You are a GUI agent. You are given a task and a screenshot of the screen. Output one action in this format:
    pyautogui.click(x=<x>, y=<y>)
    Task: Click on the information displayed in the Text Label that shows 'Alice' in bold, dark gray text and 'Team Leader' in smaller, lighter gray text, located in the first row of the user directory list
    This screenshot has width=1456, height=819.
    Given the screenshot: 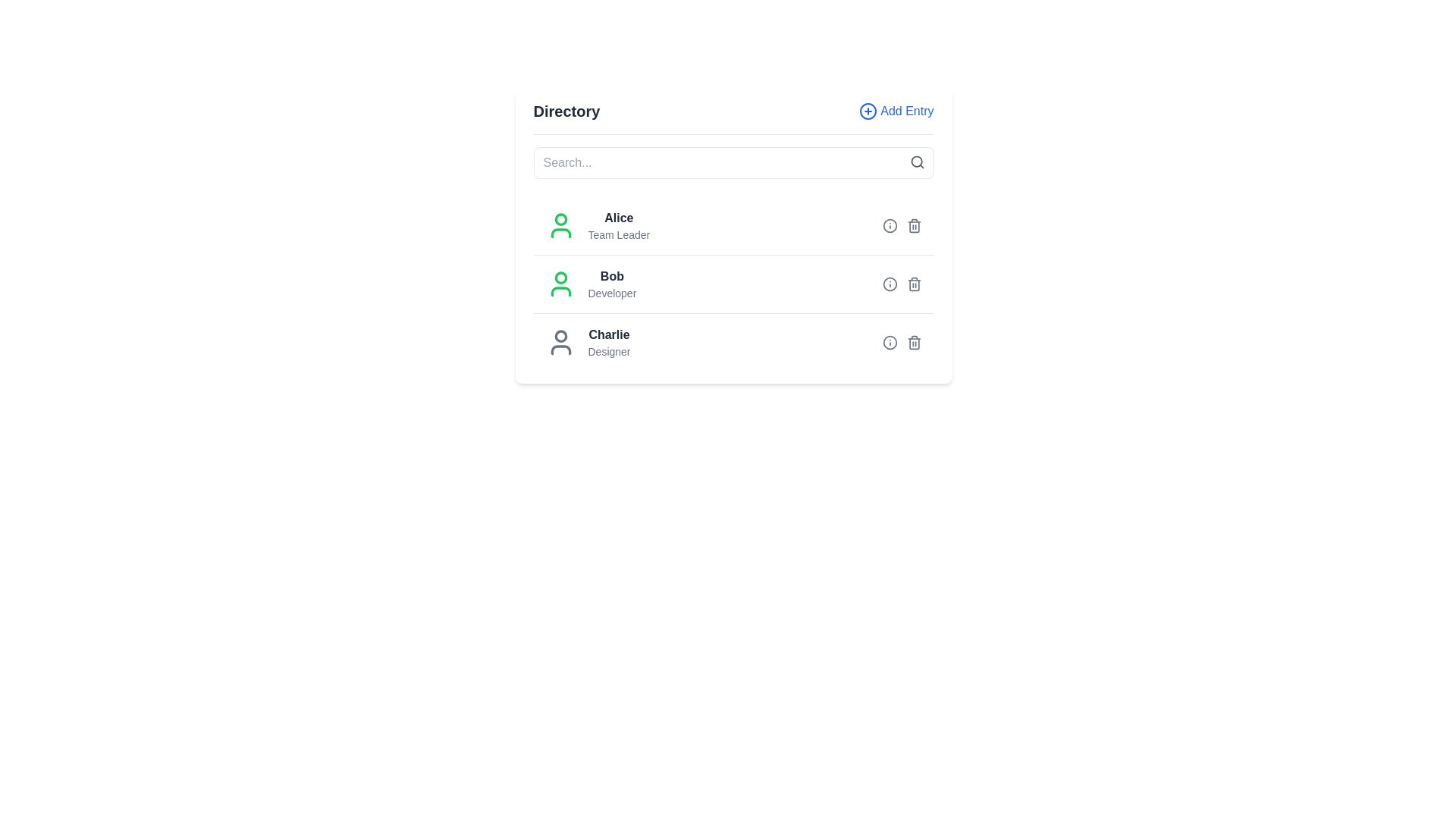 What is the action you would take?
    pyautogui.click(x=597, y=225)
    